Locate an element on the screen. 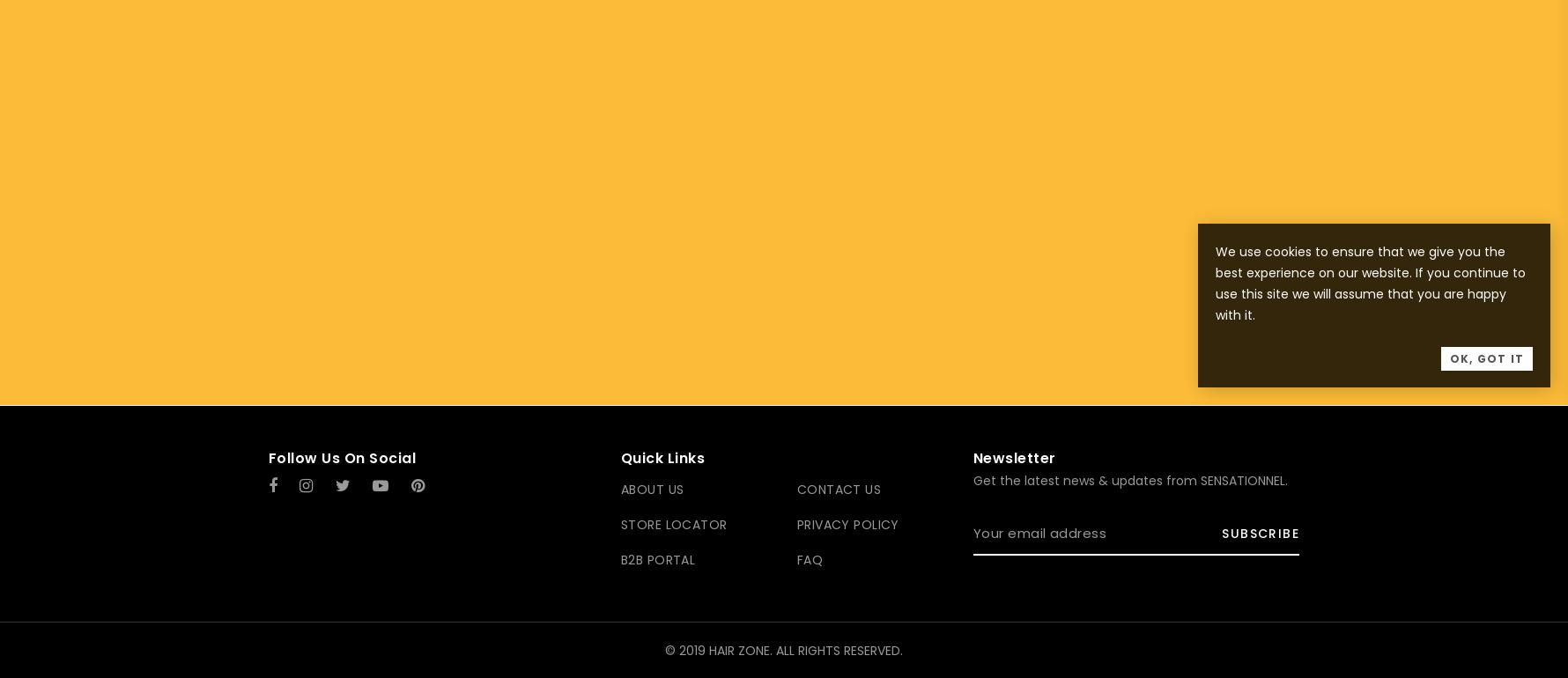  'Follow Us On Social' is located at coordinates (341, 458).